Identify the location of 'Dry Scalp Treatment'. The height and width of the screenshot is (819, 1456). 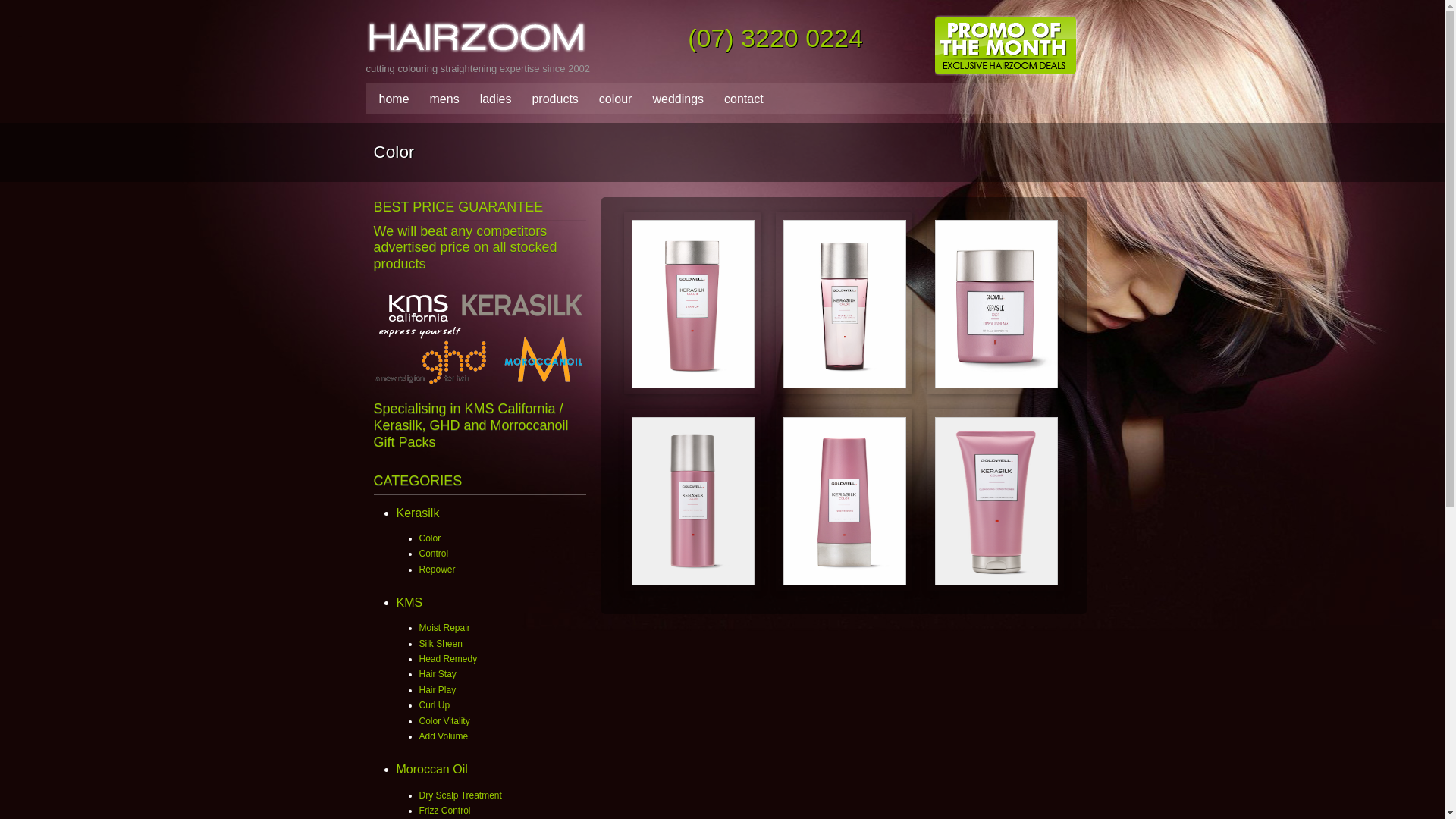
(459, 795).